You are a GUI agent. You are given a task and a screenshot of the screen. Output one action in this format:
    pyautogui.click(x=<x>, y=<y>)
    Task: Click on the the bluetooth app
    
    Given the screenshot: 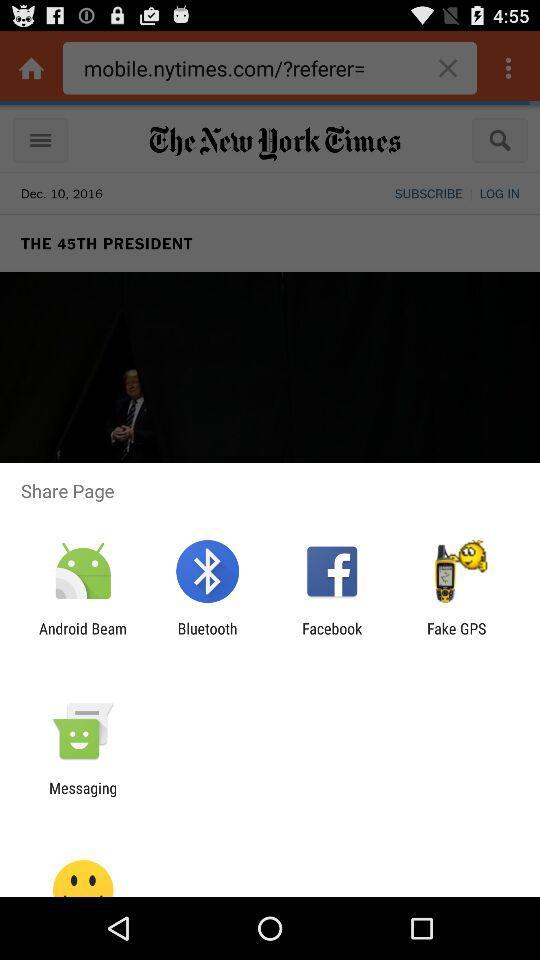 What is the action you would take?
    pyautogui.click(x=206, y=636)
    